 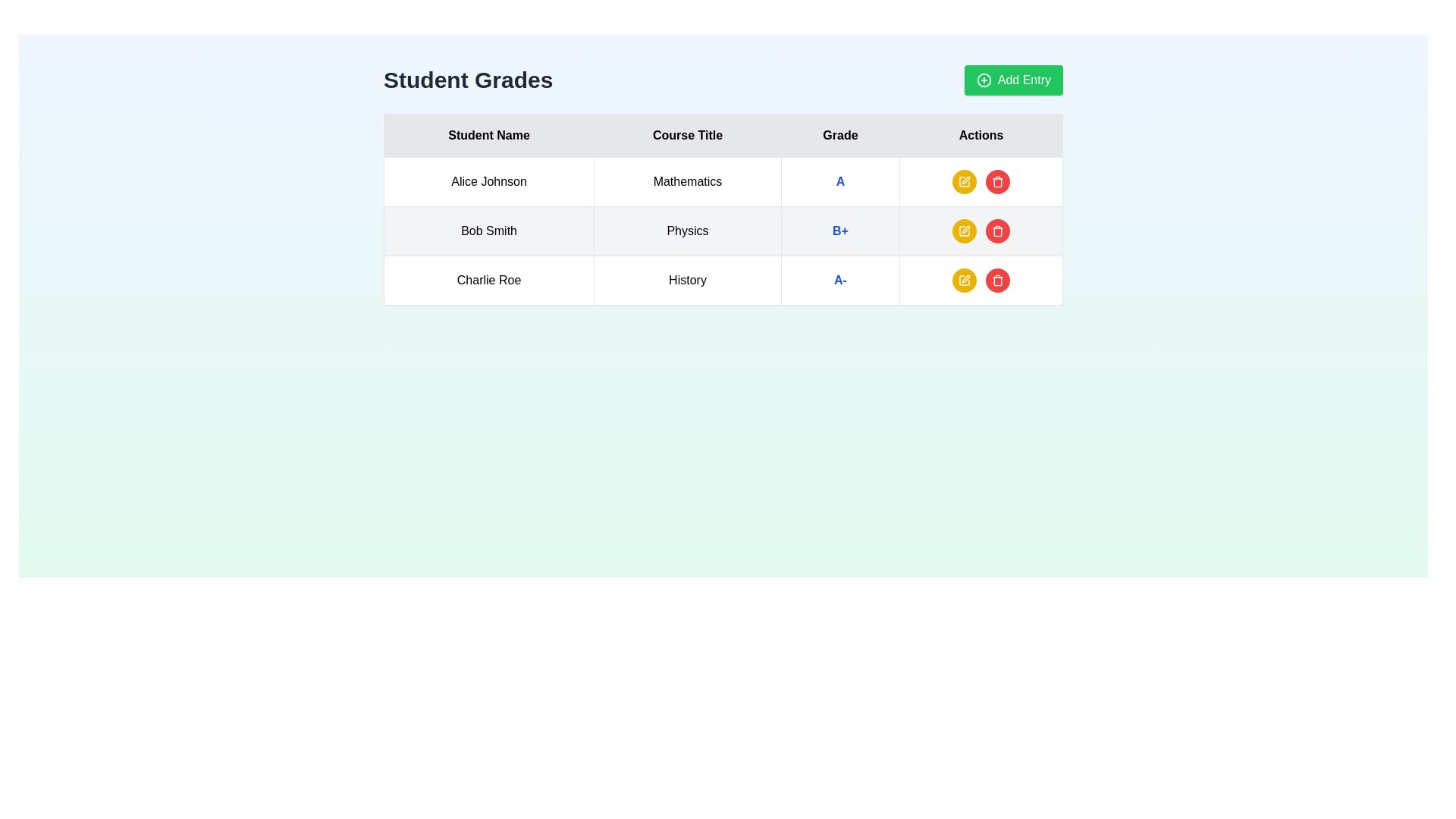 I want to click on the edit icon button located in the 'Actions' column of the second row of the table, so click(x=965, y=230).